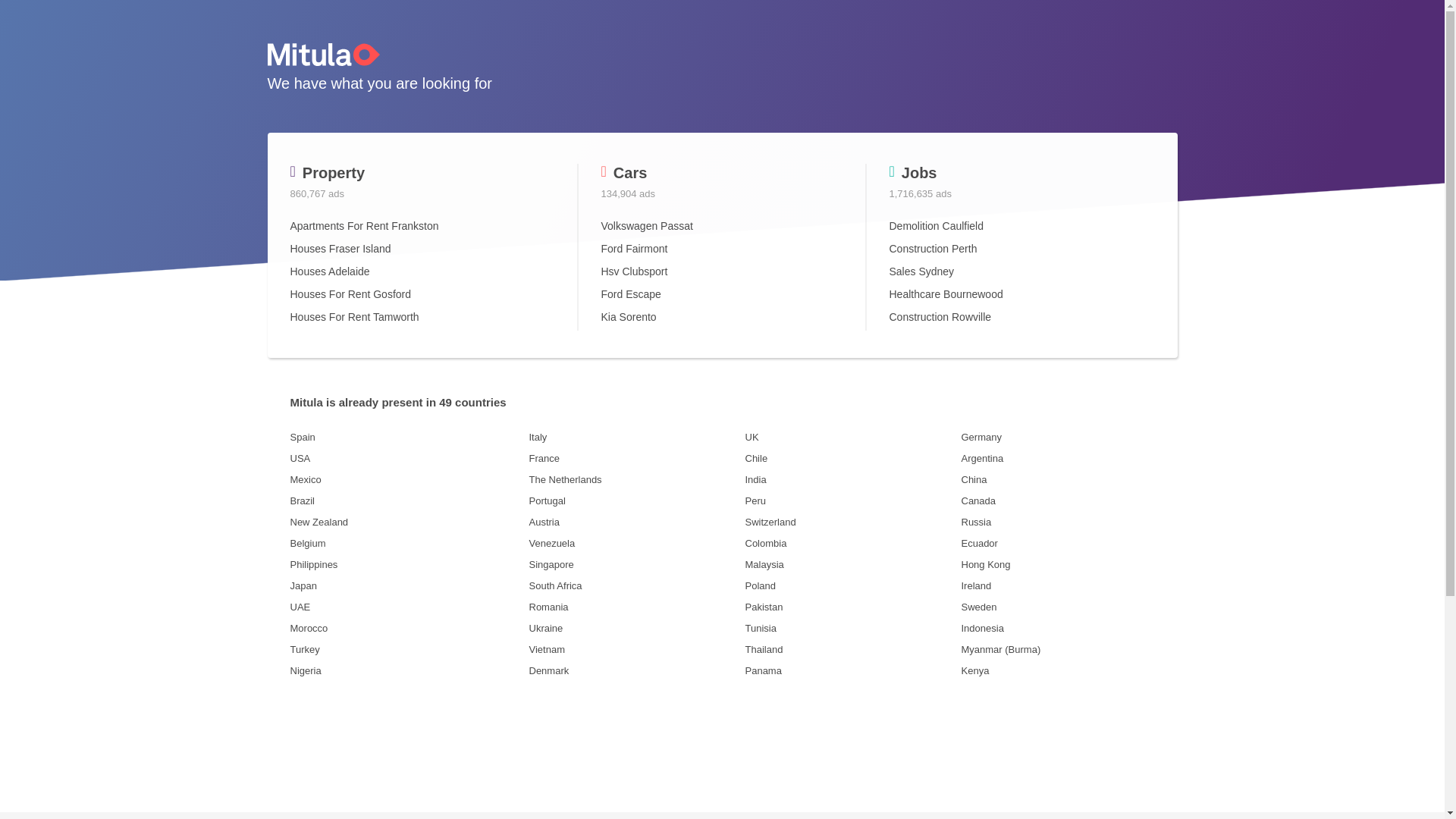 The height and width of the screenshot is (819, 1456). I want to click on 'Panama', so click(745, 670).